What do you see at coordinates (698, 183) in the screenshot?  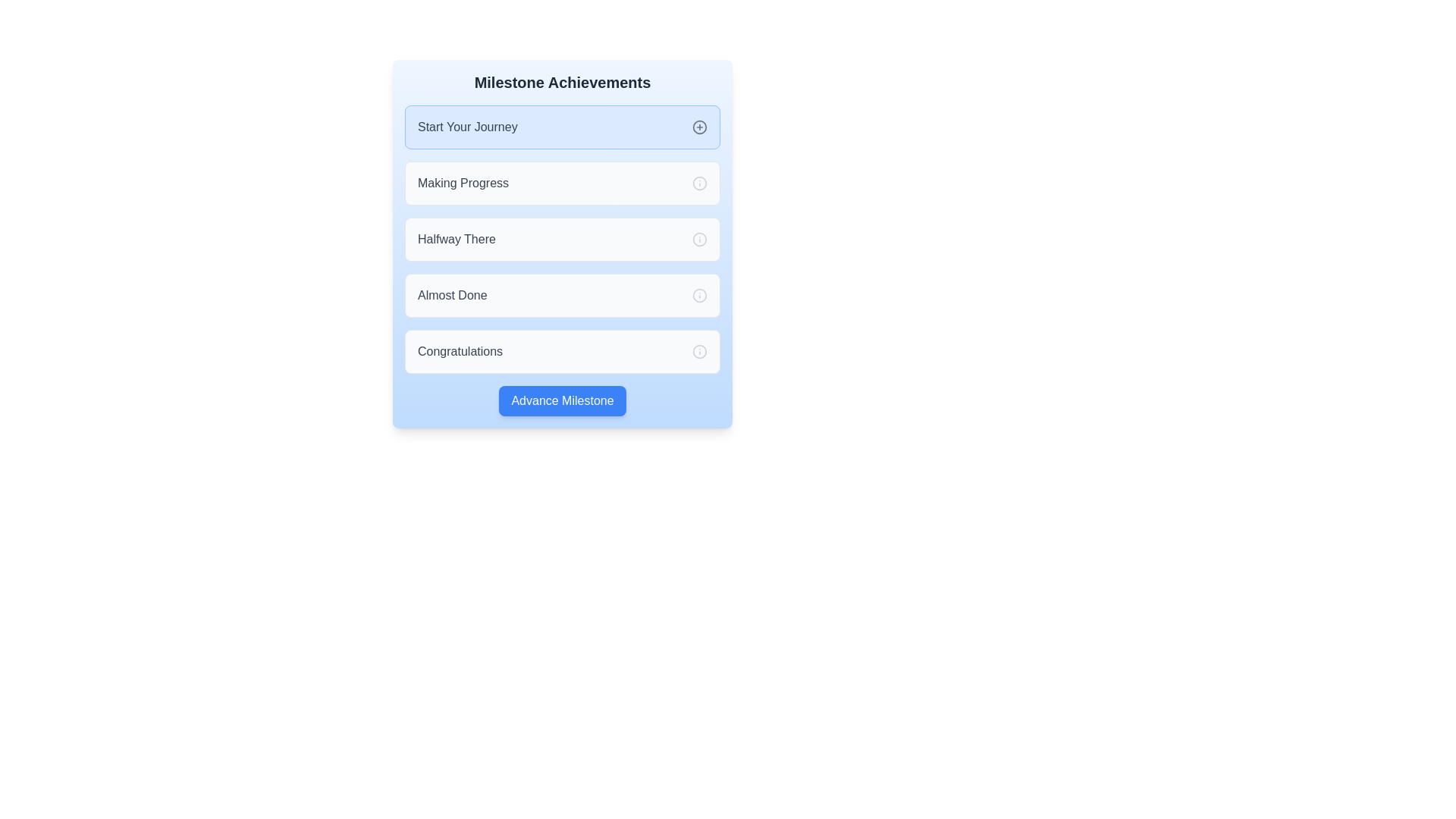 I see `the informational icon located to the right of the 'Making Progress' text` at bounding box center [698, 183].